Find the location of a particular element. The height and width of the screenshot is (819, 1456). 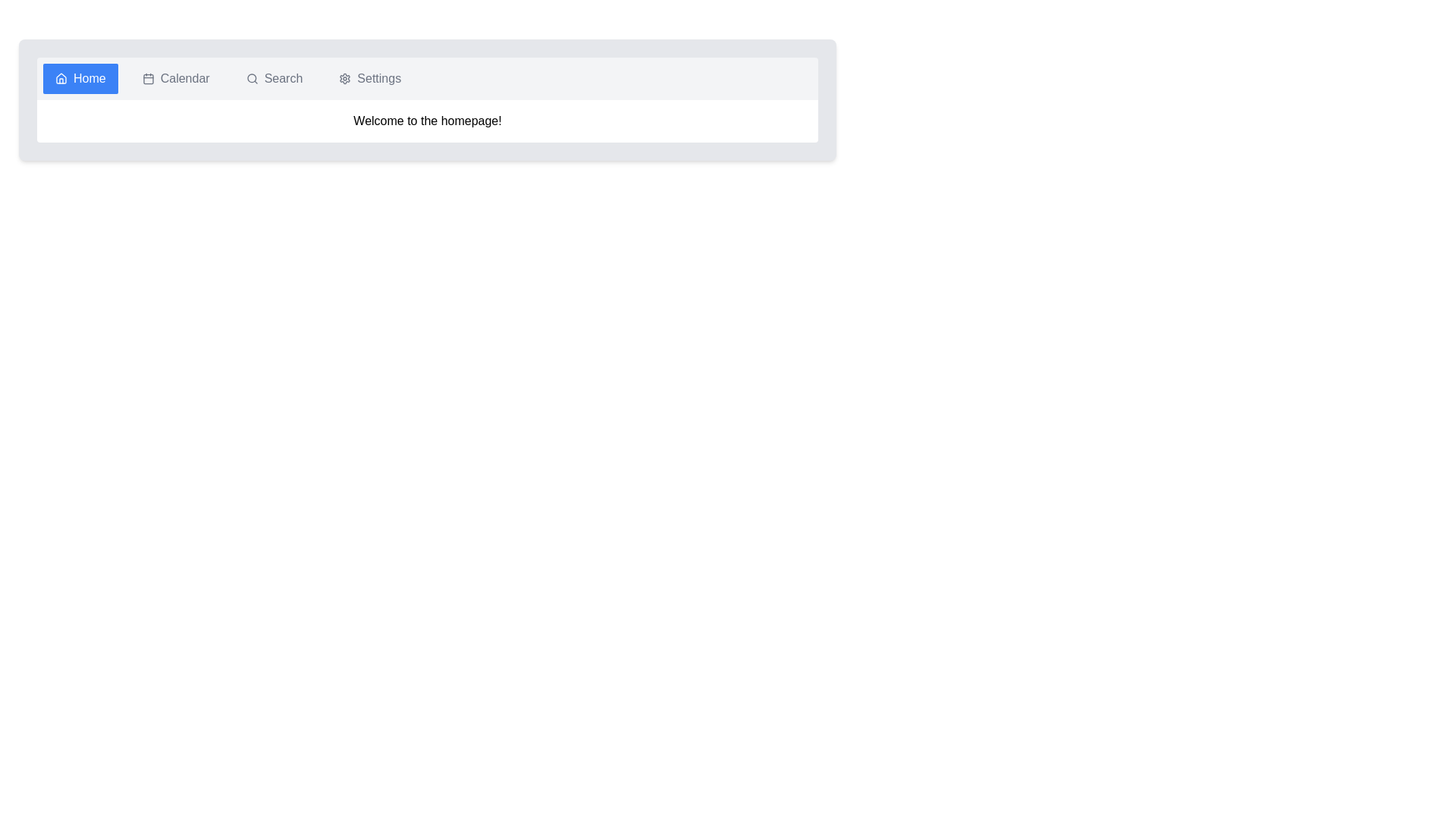

text of the second interactive Text Label in the horizontal navigation menu, which is adjacent to a calendar icon is located at coordinates (184, 79).